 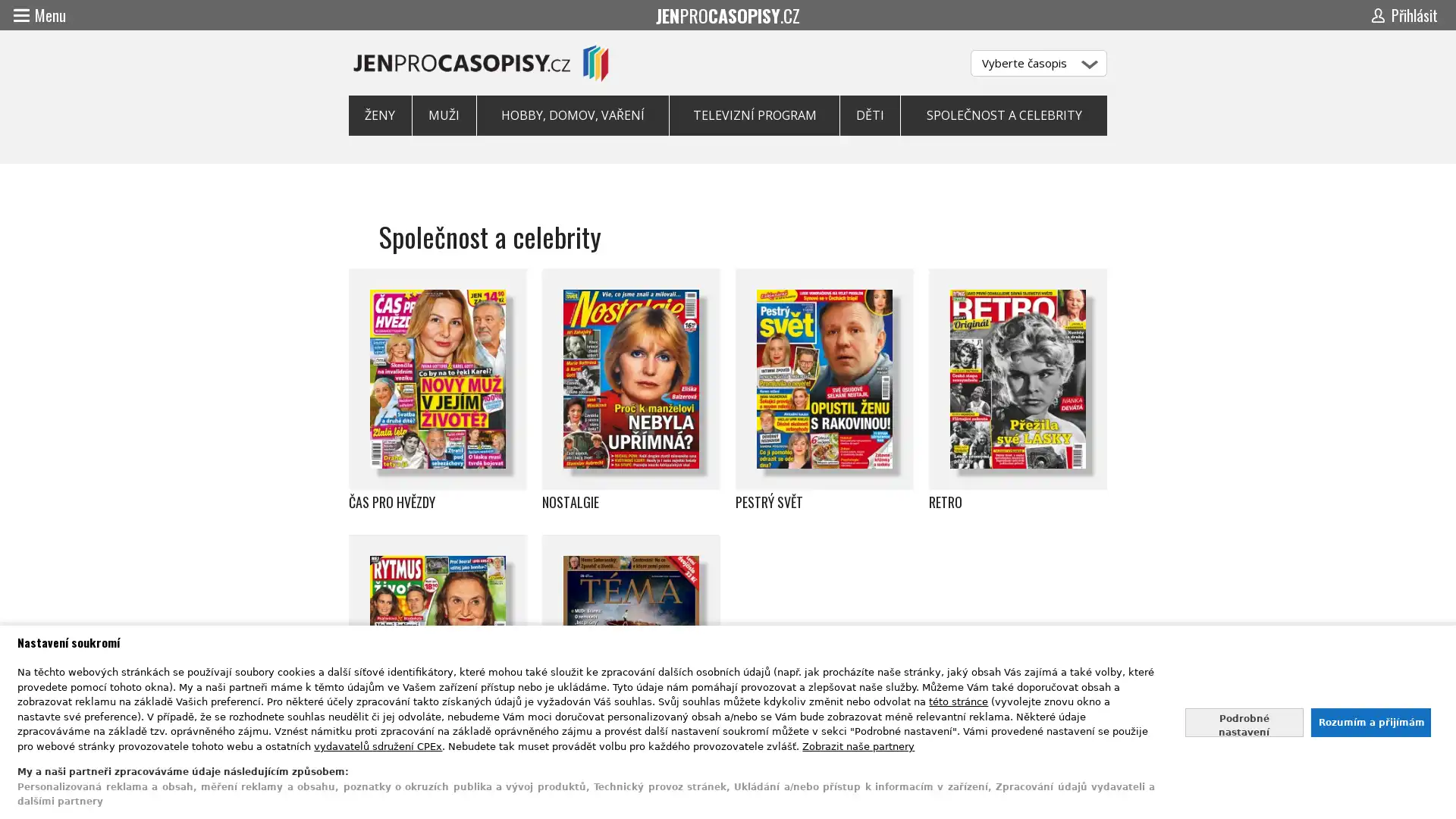 What do you see at coordinates (1370, 721) in the screenshot?
I see `Souhlasit s nasim zpracovanim udaju a zavrit` at bounding box center [1370, 721].